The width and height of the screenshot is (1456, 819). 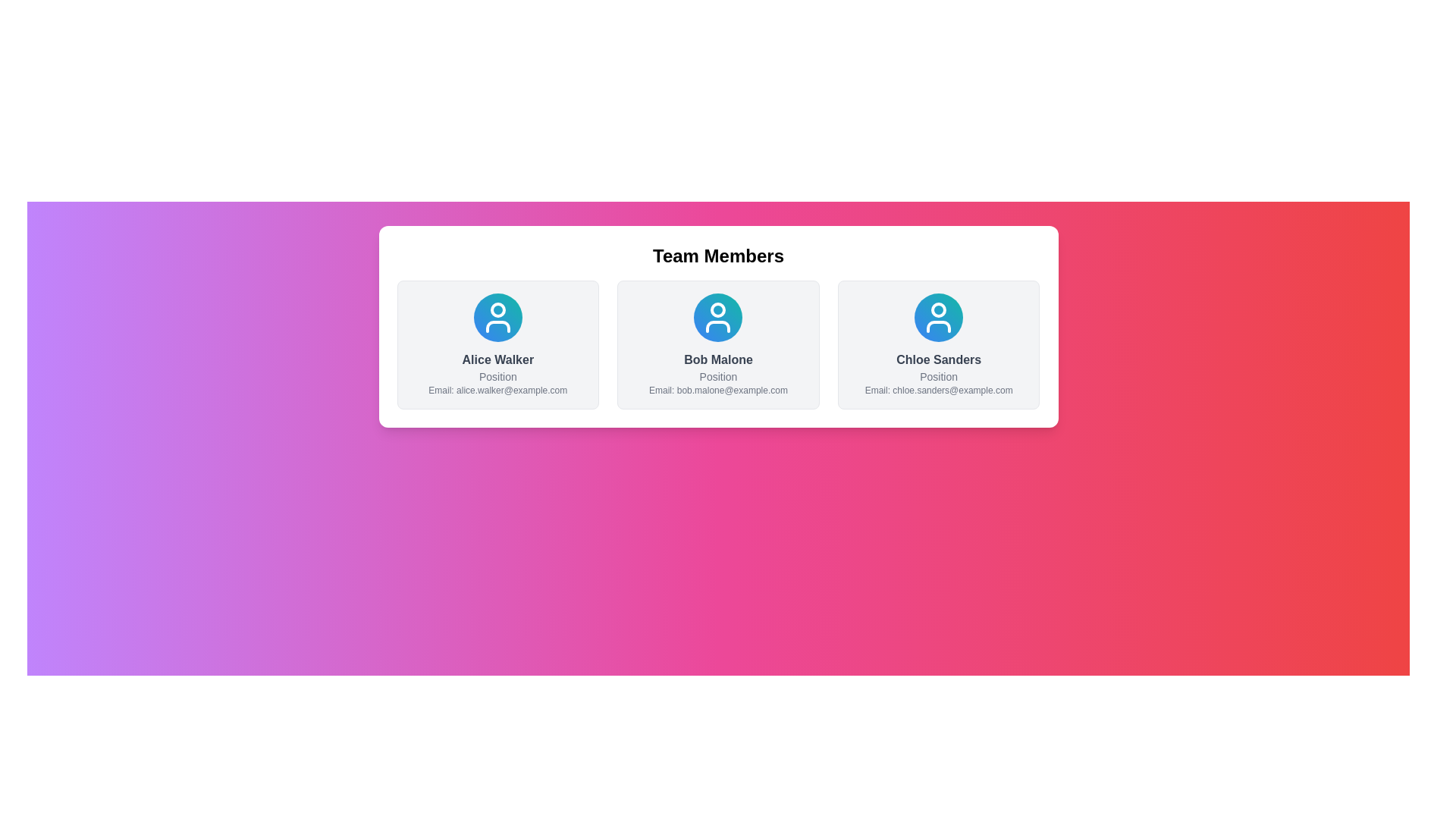 I want to click on the label displaying the name of an individual in the team member profile card, which is the second item in a horizontal row of three elements, located above the 'Position' text, so click(x=717, y=359).